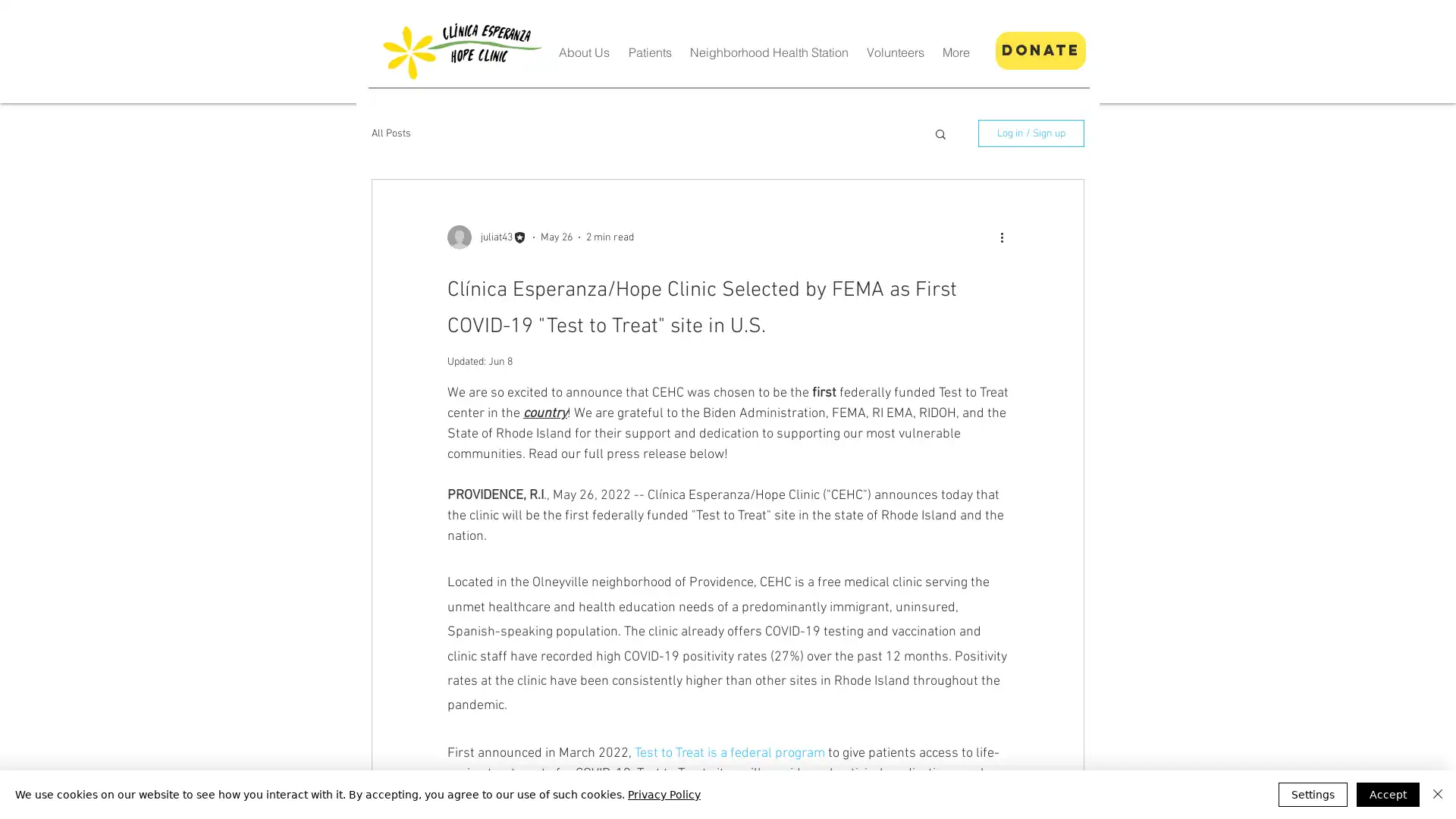 This screenshot has height=819, width=1456. I want to click on Settings, so click(1312, 794).